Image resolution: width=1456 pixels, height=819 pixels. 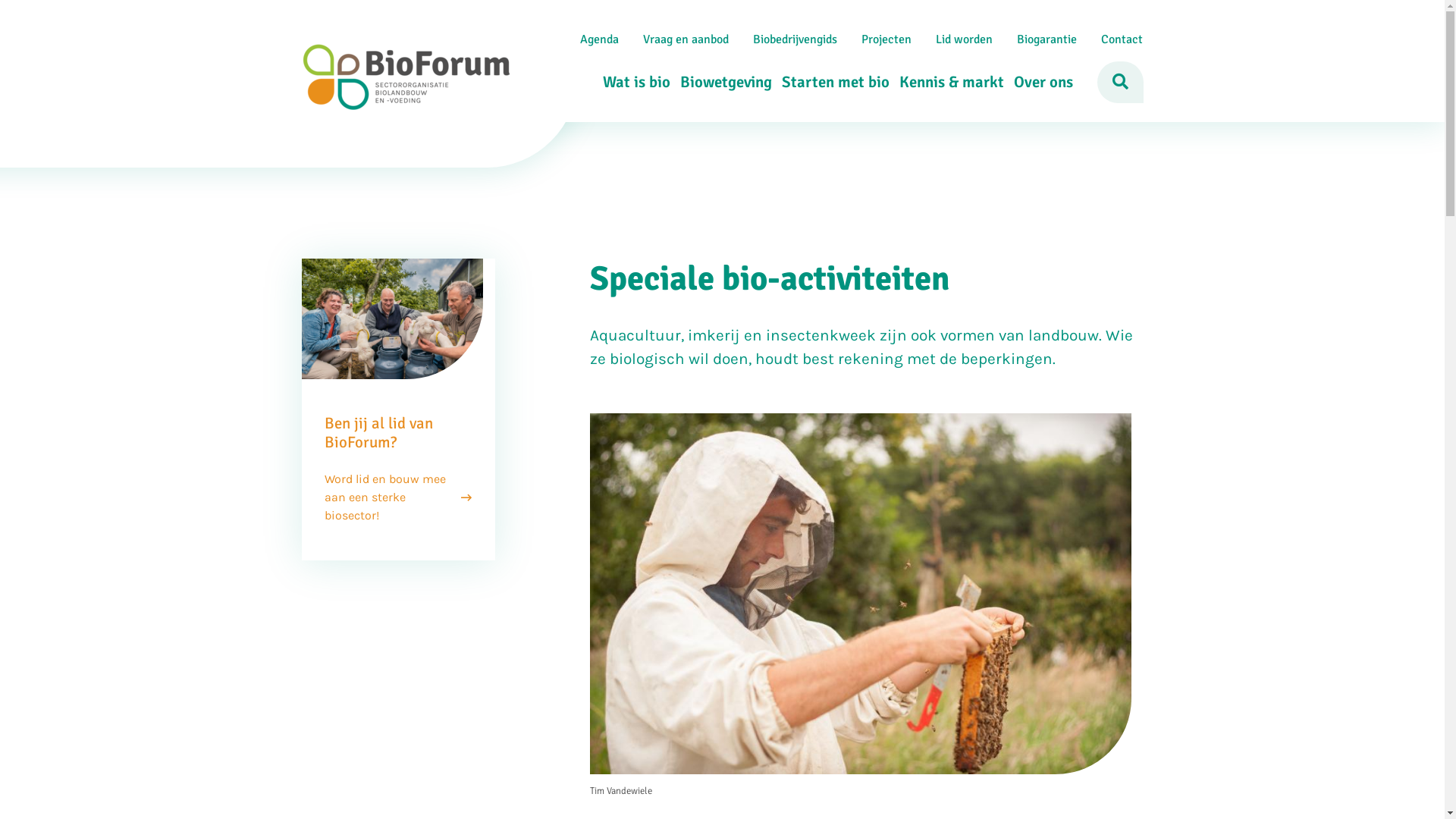 I want to click on 'Kennis & markt', so click(x=946, y=82).